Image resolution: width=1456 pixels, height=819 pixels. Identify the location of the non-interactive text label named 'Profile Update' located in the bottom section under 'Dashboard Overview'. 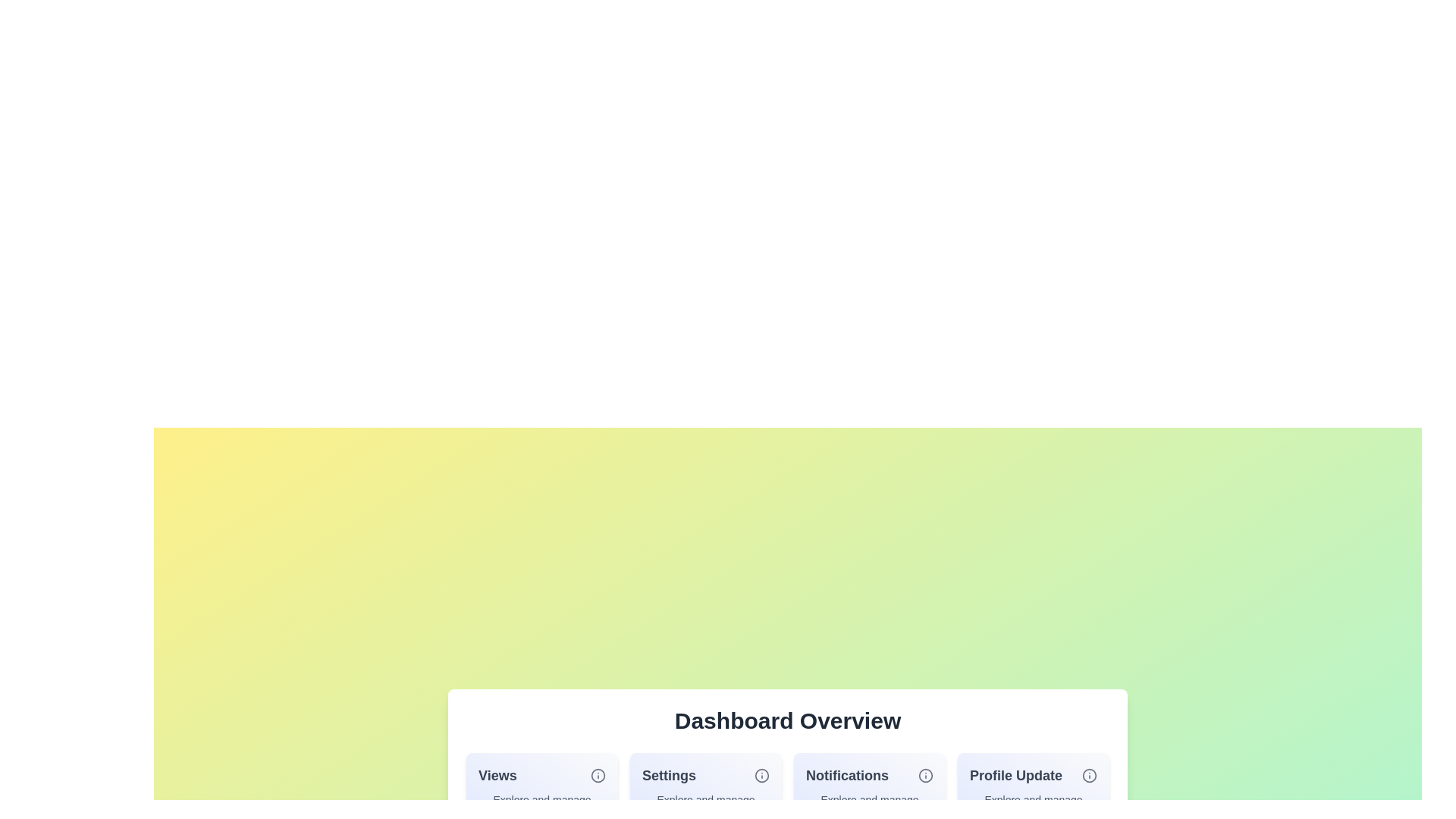
(1015, 775).